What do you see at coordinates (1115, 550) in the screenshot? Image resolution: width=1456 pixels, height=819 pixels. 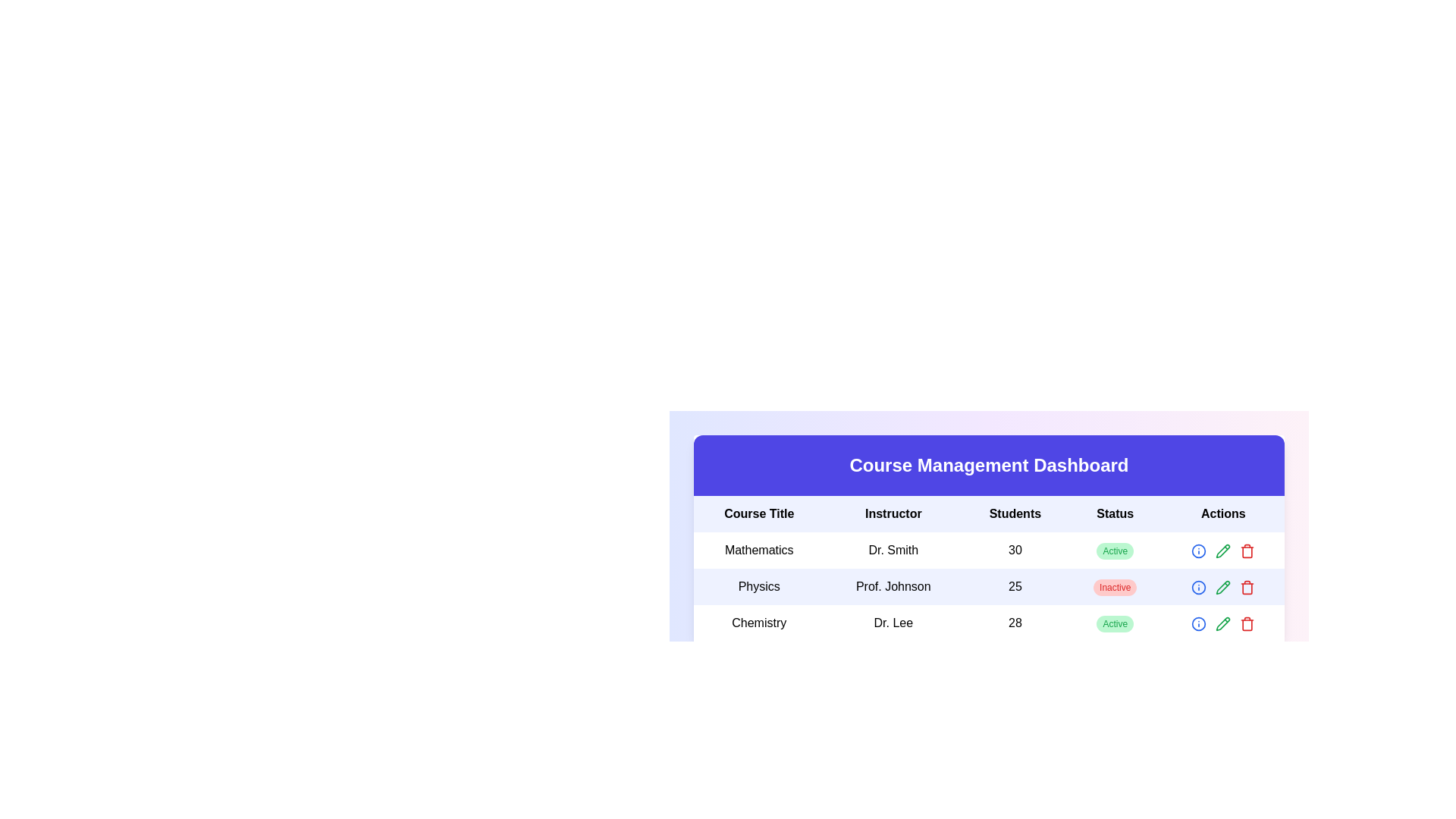 I see `the 'Active' status badge in the 'Status' column for the 'Mathematics' course, which is a pill-shaped badge with a green background` at bounding box center [1115, 550].